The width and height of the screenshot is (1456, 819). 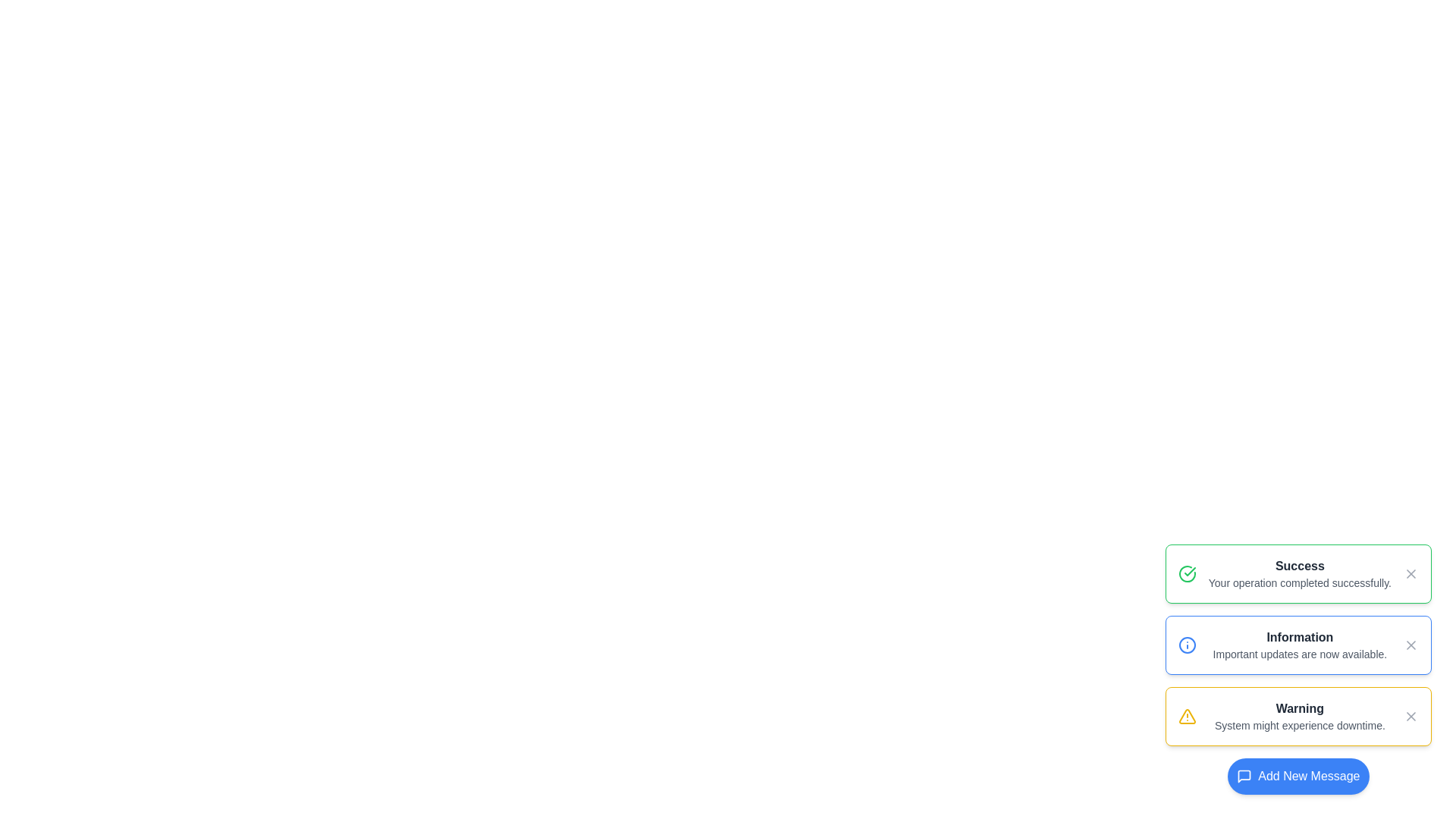 I want to click on the 'Success' text label which is in bold font and dark gray color, located in the top section of a green-bordered notification box, so click(x=1299, y=566).